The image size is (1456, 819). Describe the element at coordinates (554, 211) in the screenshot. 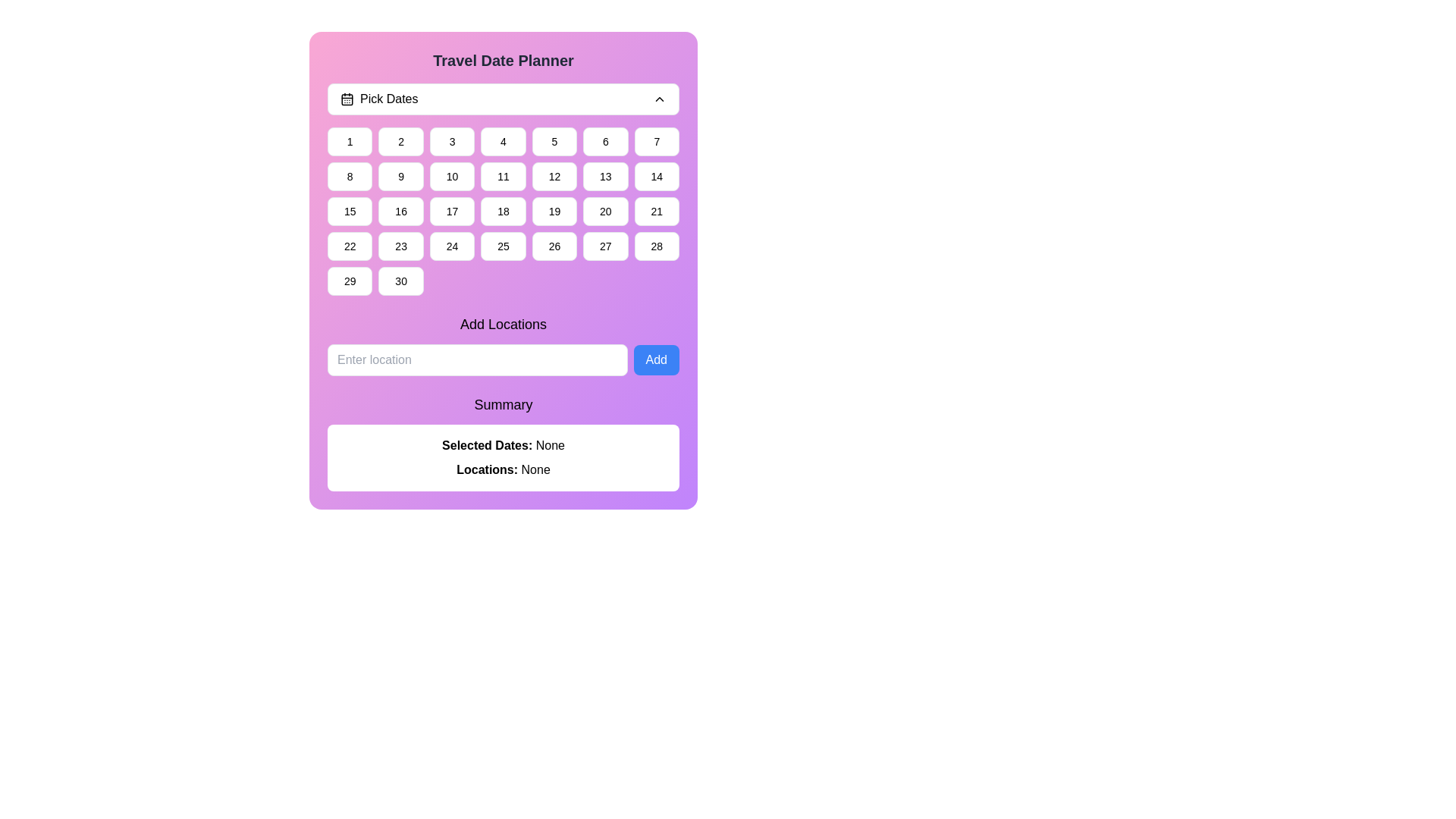

I see `the button displaying the number '19' in the center of the 'Travel Date Planner' calendar grid` at that location.